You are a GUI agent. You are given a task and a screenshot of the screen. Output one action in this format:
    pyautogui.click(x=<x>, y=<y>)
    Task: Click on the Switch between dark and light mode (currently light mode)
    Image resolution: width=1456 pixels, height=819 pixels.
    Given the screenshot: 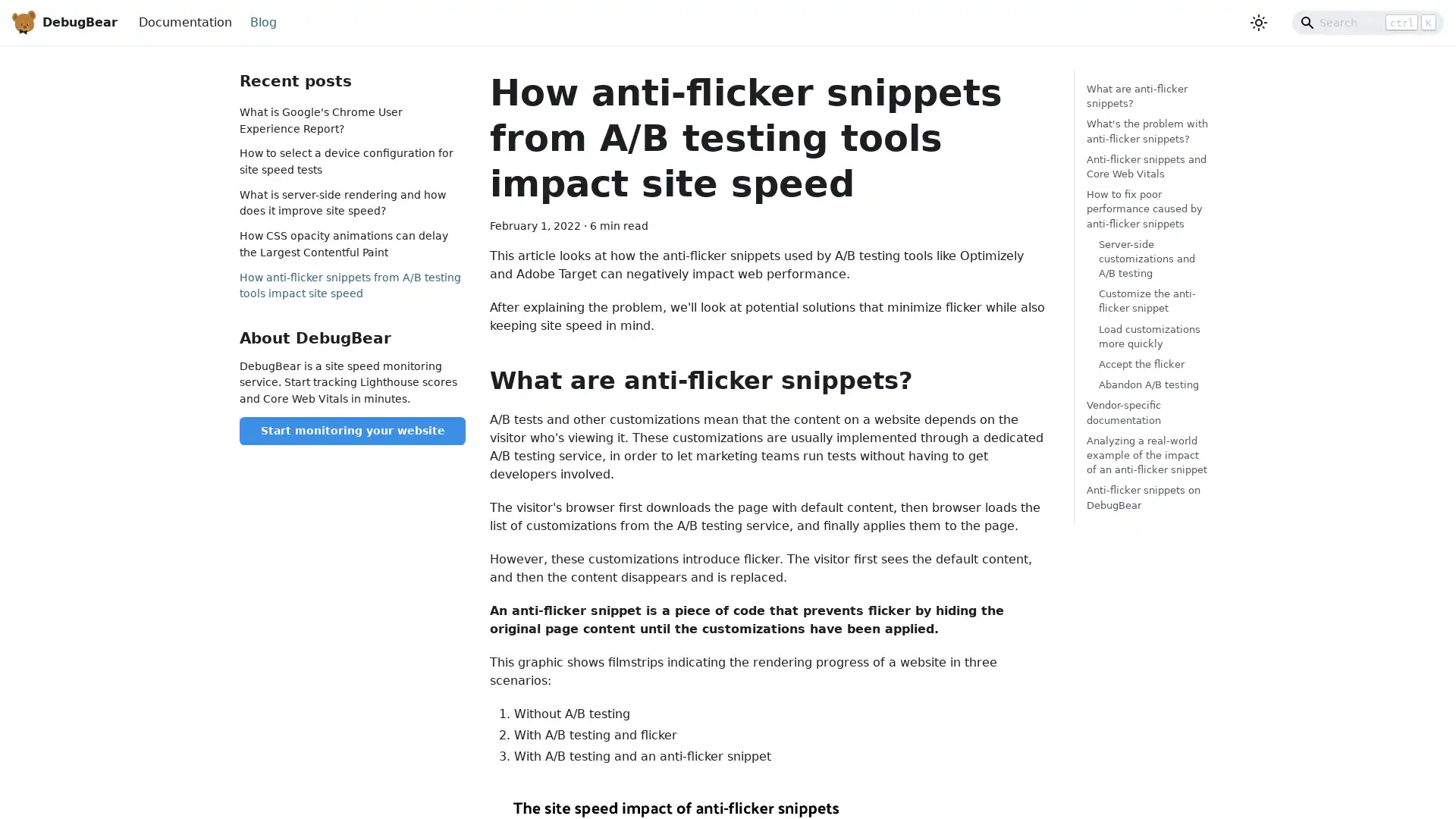 What is the action you would take?
    pyautogui.click(x=1259, y=23)
    